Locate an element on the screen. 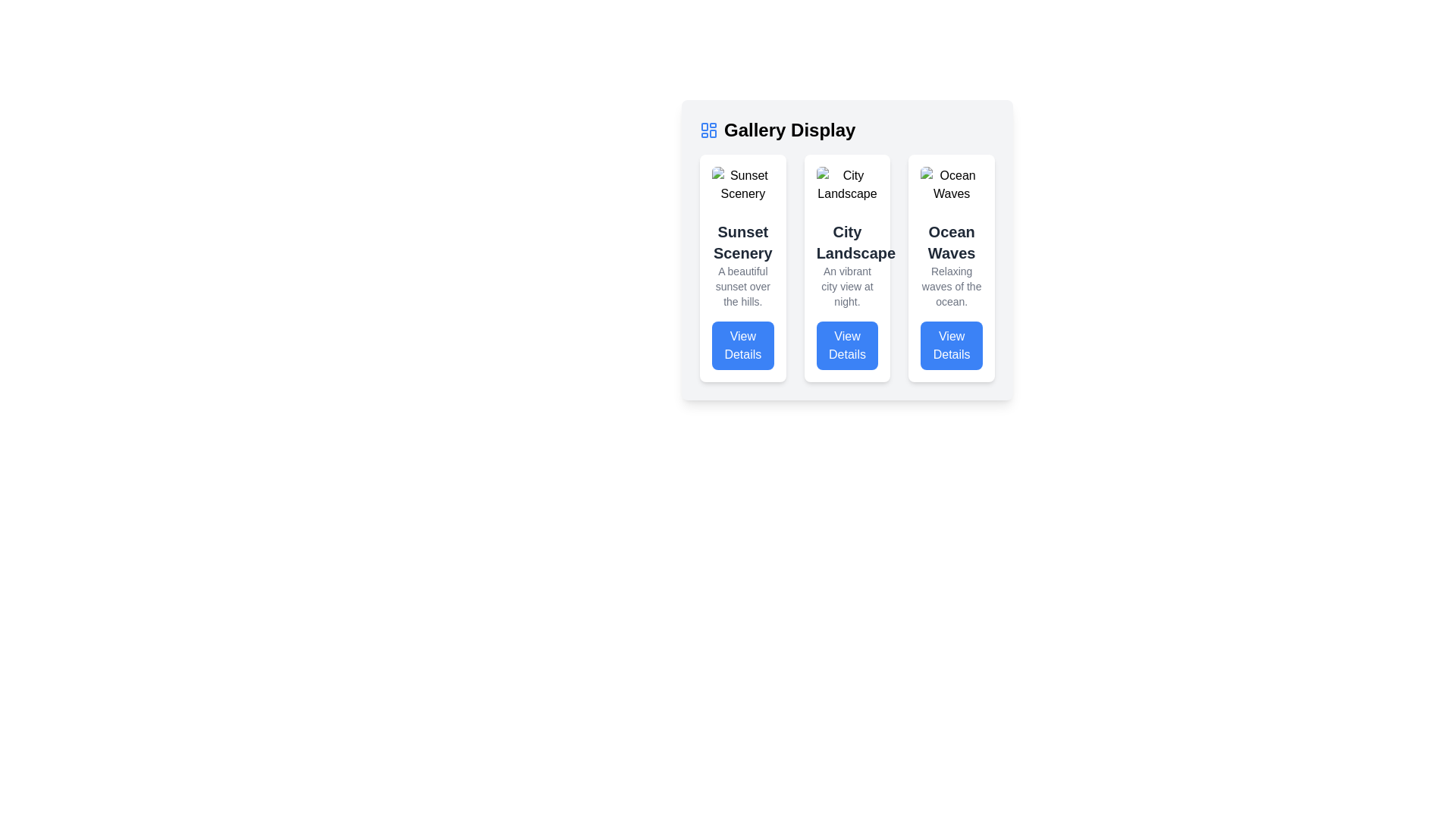 Image resolution: width=1456 pixels, height=819 pixels. the 'View Details' button, which has a blue background and white text, located at the bottom of the central card among three horizontally aligned cards is located at coordinates (846, 345).